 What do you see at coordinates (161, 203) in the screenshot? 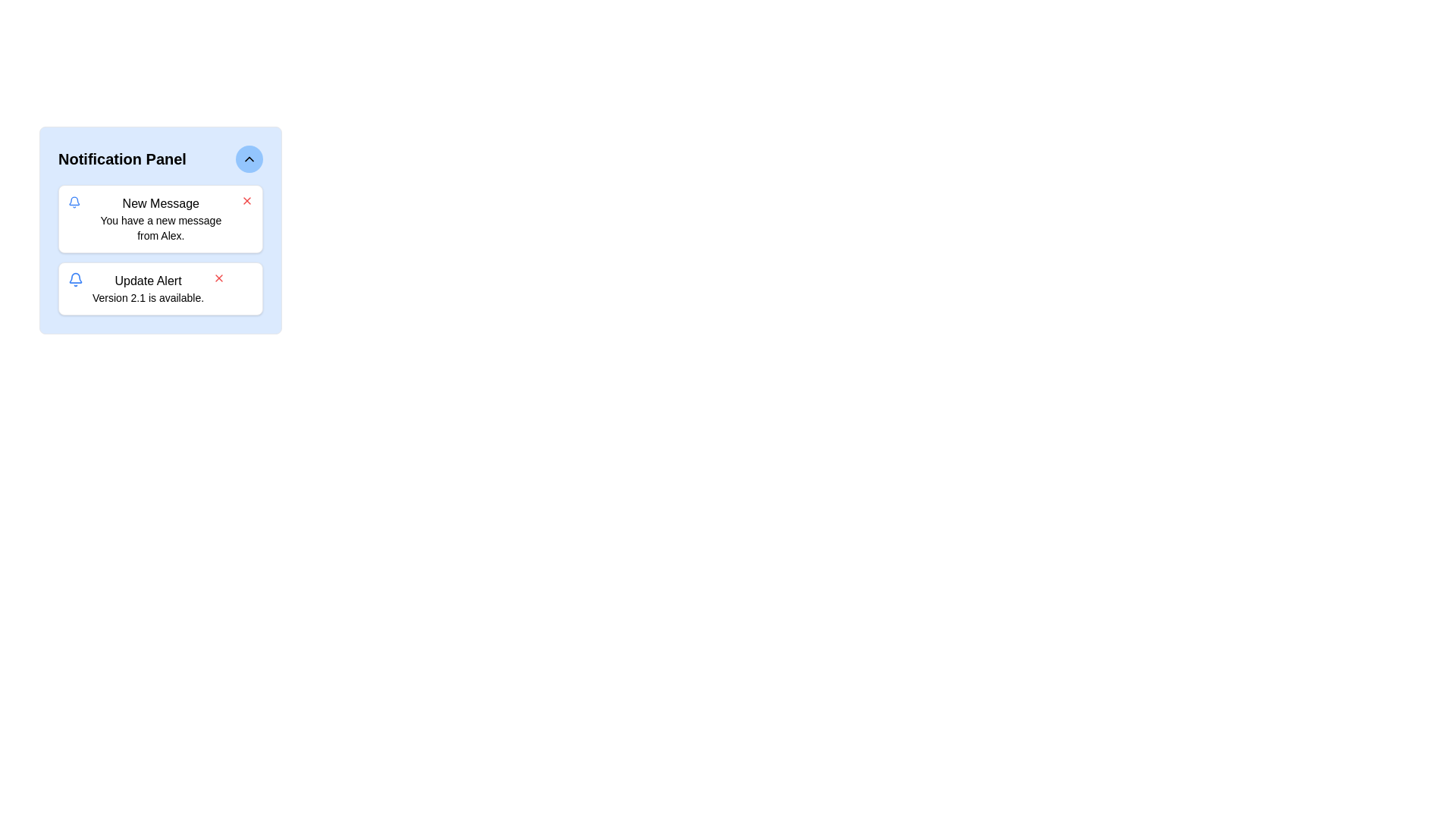
I see `bold text label 'New Message' located at the top of the first notification item in the notification panel` at bounding box center [161, 203].